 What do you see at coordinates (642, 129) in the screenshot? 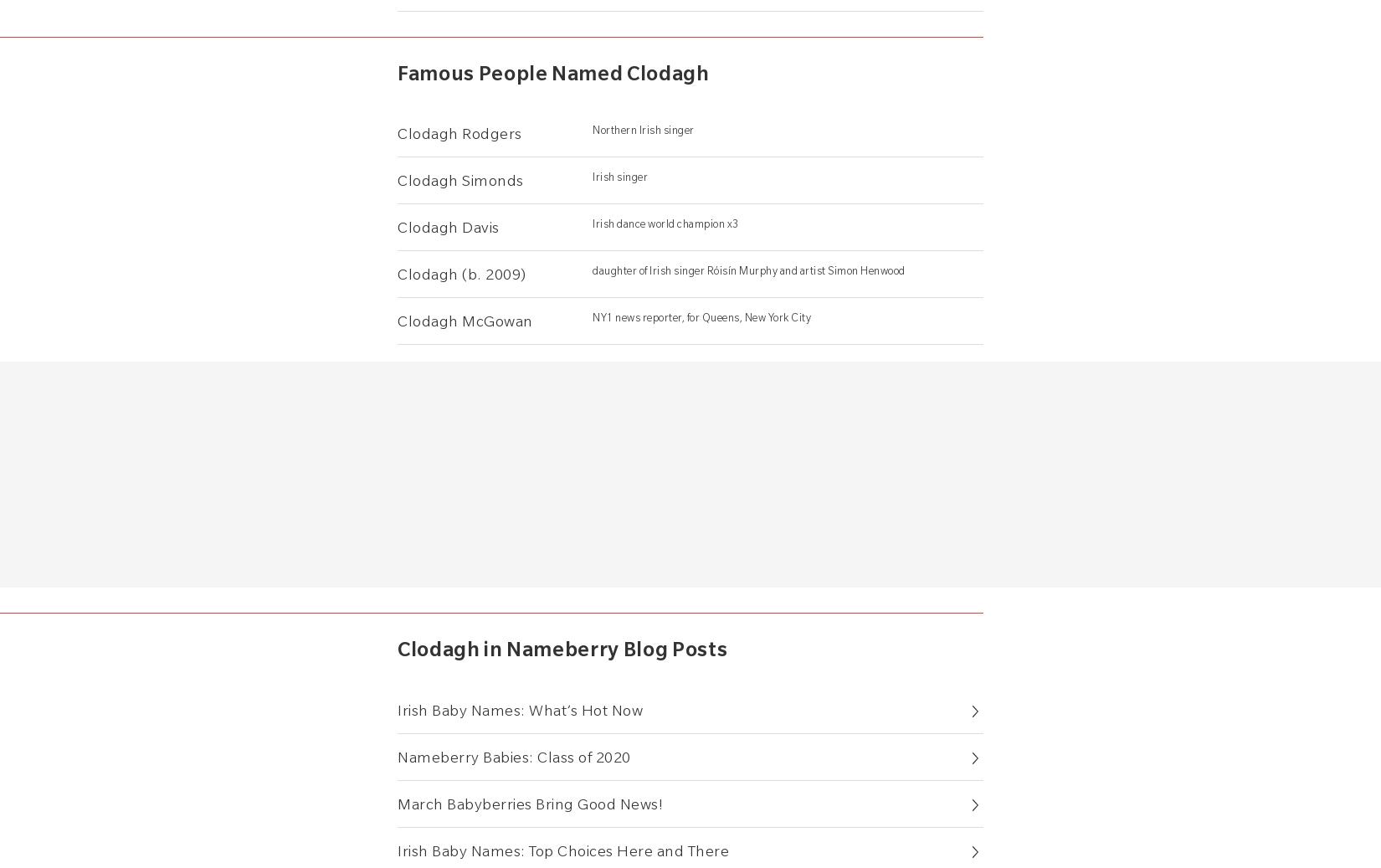
I see `'Northern Irish singer'` at bounding box center [642, 129].